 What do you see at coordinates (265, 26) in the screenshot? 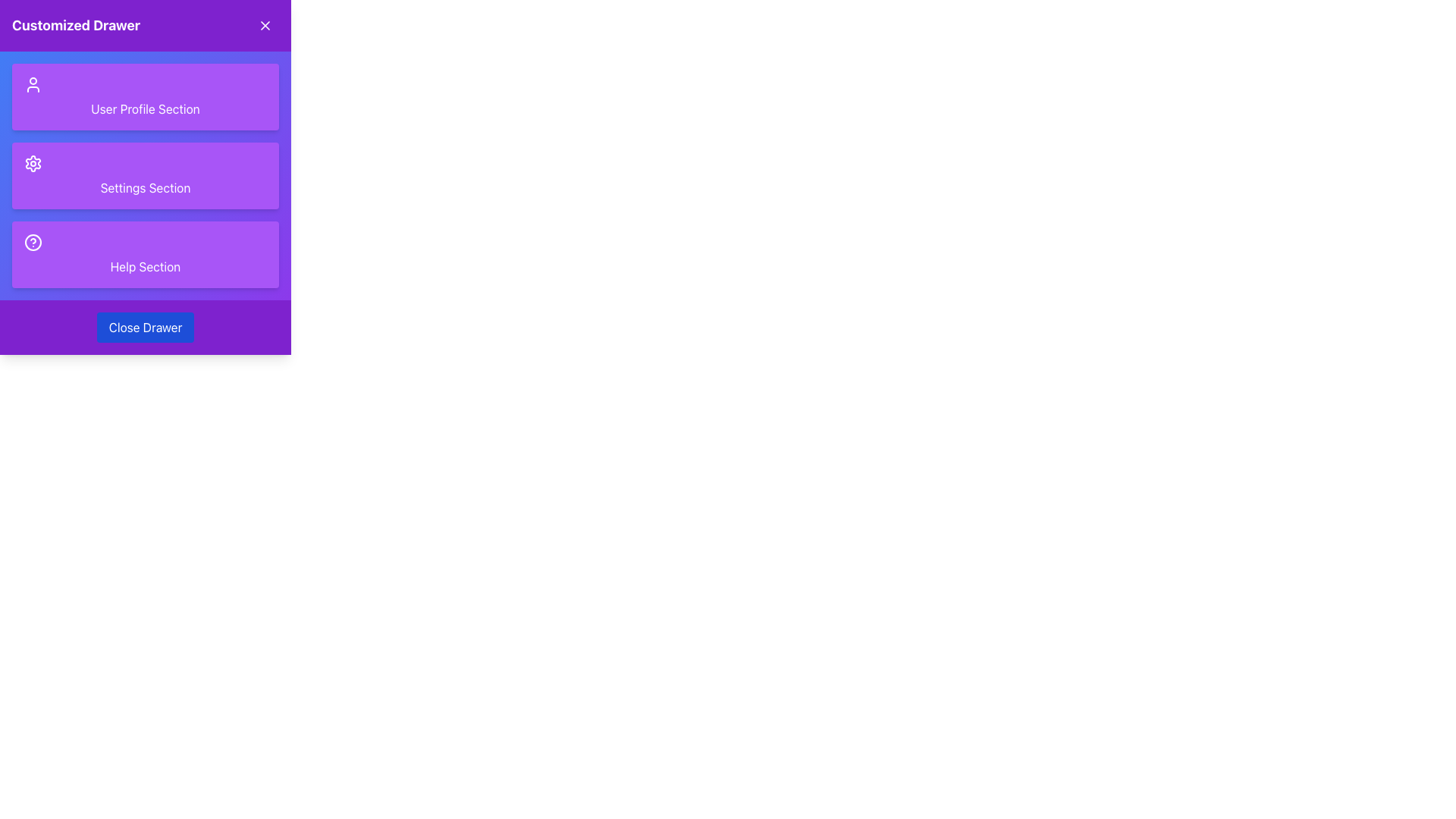
I see `the icon button located in the upper-right corner of the purple header section titled 'Customized Drawer'` at bounding box center [265, 26].